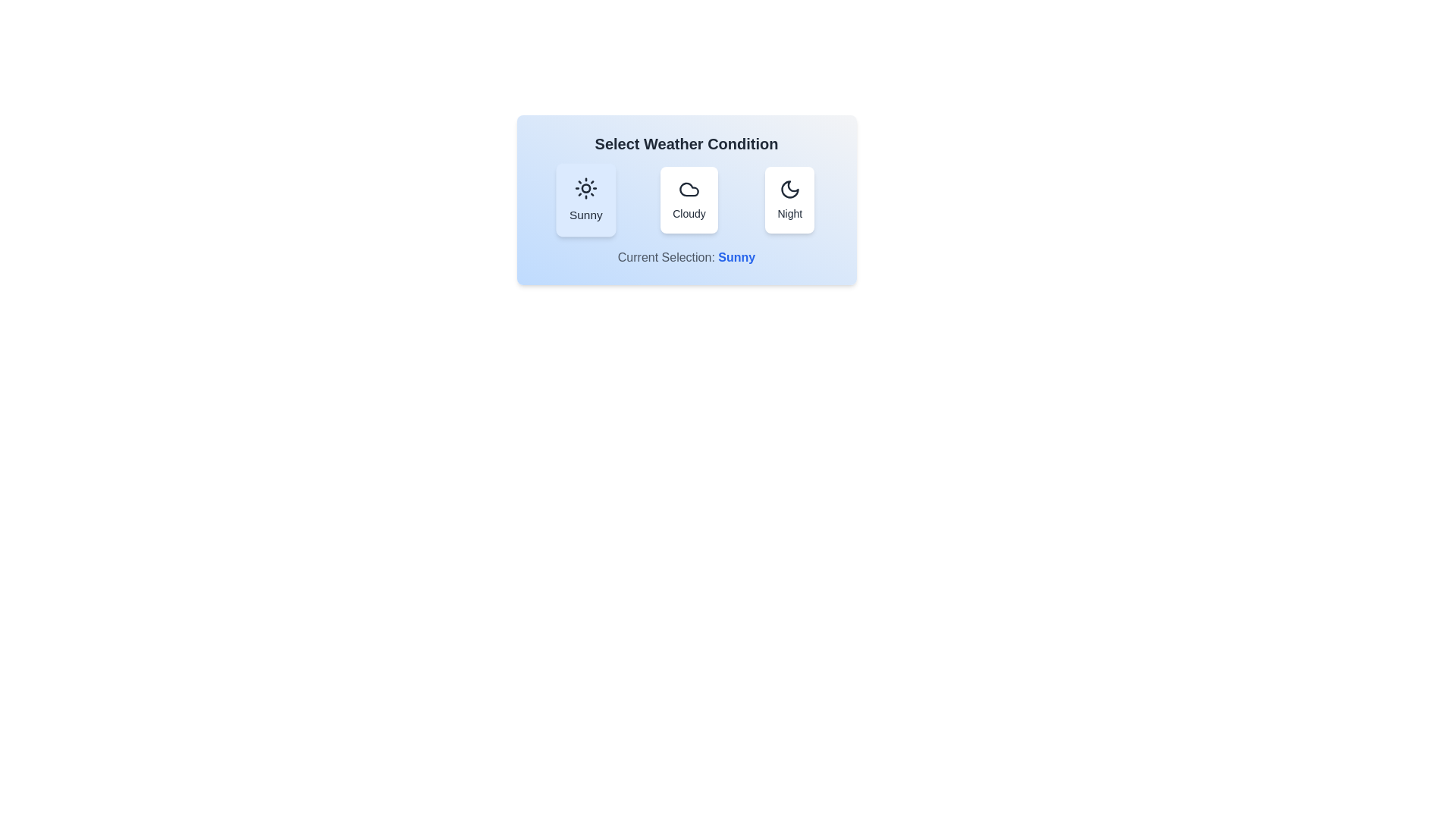 This screenshot has height=819, width=1456. What do you see at coordinates (688, 199) in the screenshot?
I see `the weather condition Cloudy by clicking the corresponding button` at bounding box center [688, 199].